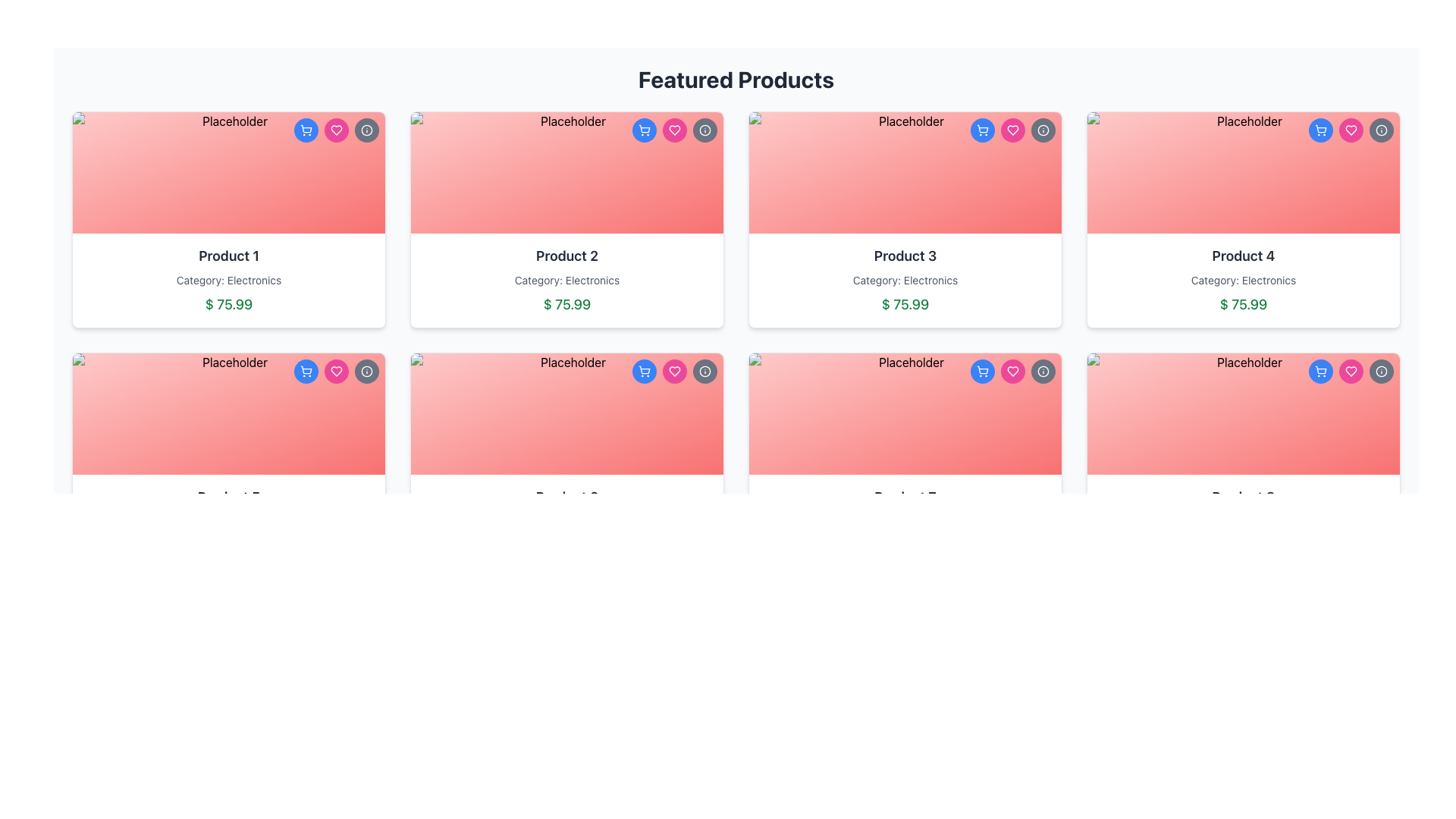 This screenshot has height=819, width=1456. What do you see at coordinates (983, 130) in the screenshot?
I see `the blue shopping cart icon with a white outline located in the top-right corner of the 'Product 3' card` at bounding box center [983, 130].